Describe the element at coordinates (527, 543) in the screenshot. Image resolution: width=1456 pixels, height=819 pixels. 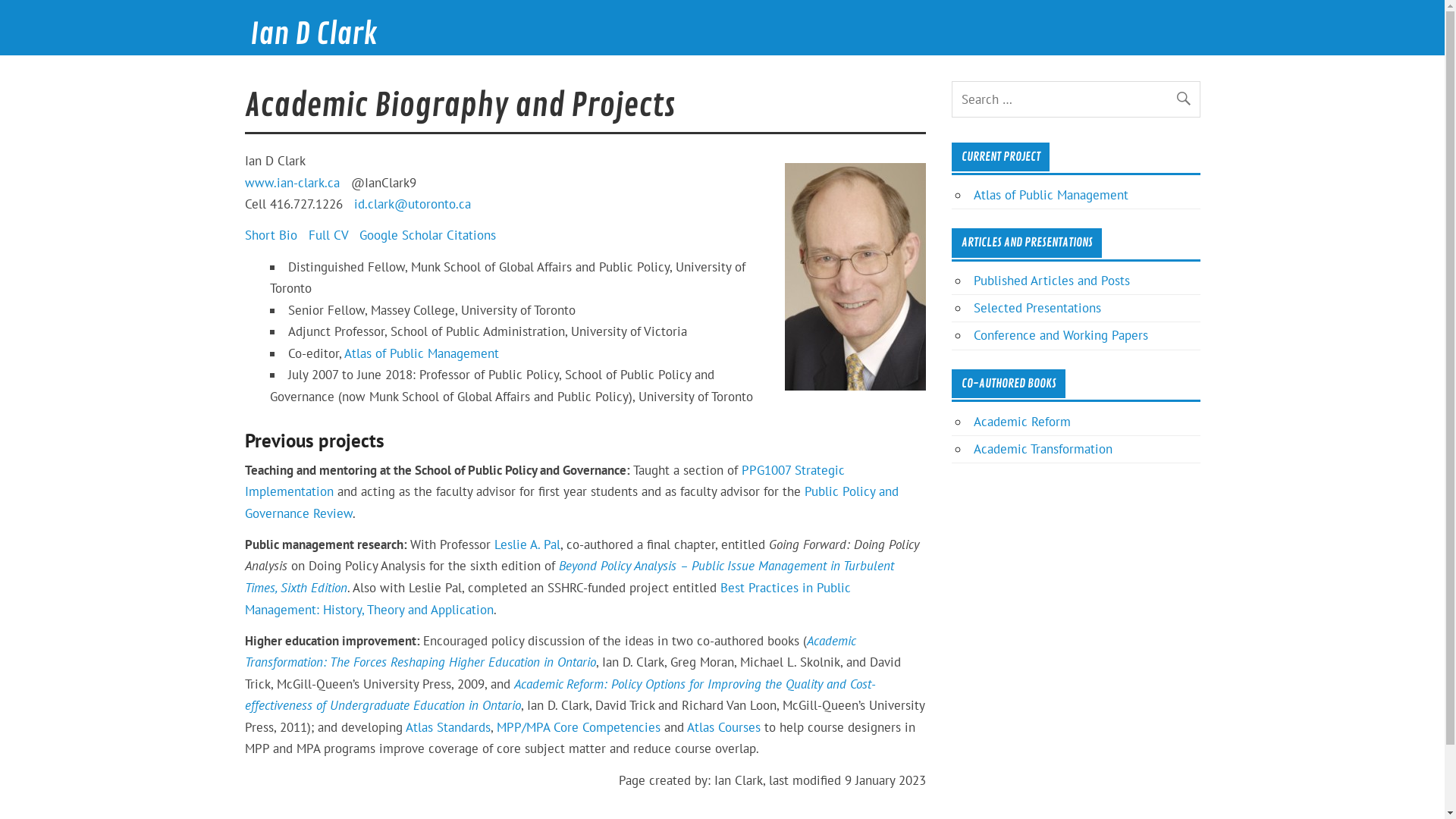
I see `'Leslie A. Pal'` at that location.